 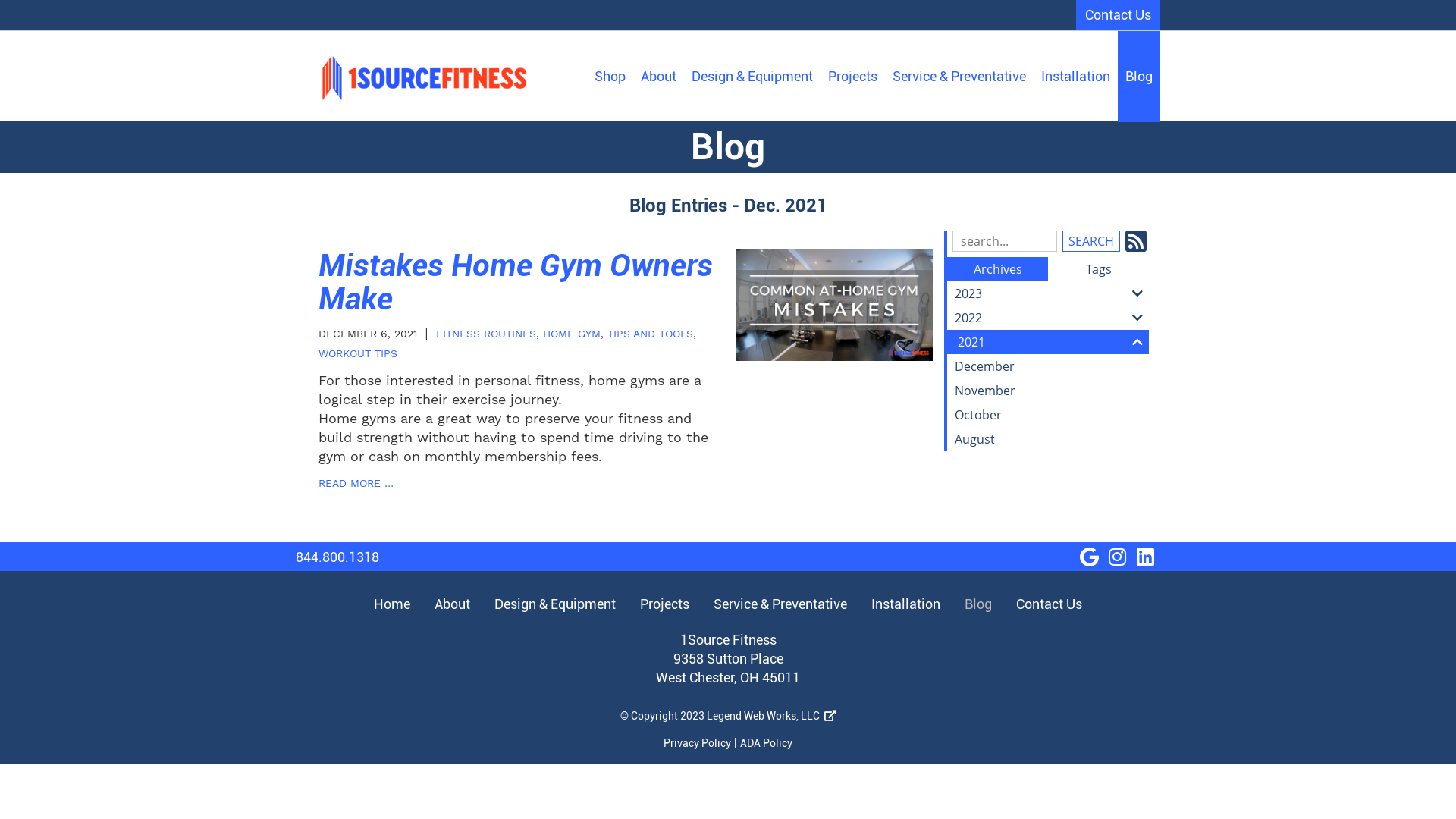 I want to click on '2023', so click(x=1047, y=293).